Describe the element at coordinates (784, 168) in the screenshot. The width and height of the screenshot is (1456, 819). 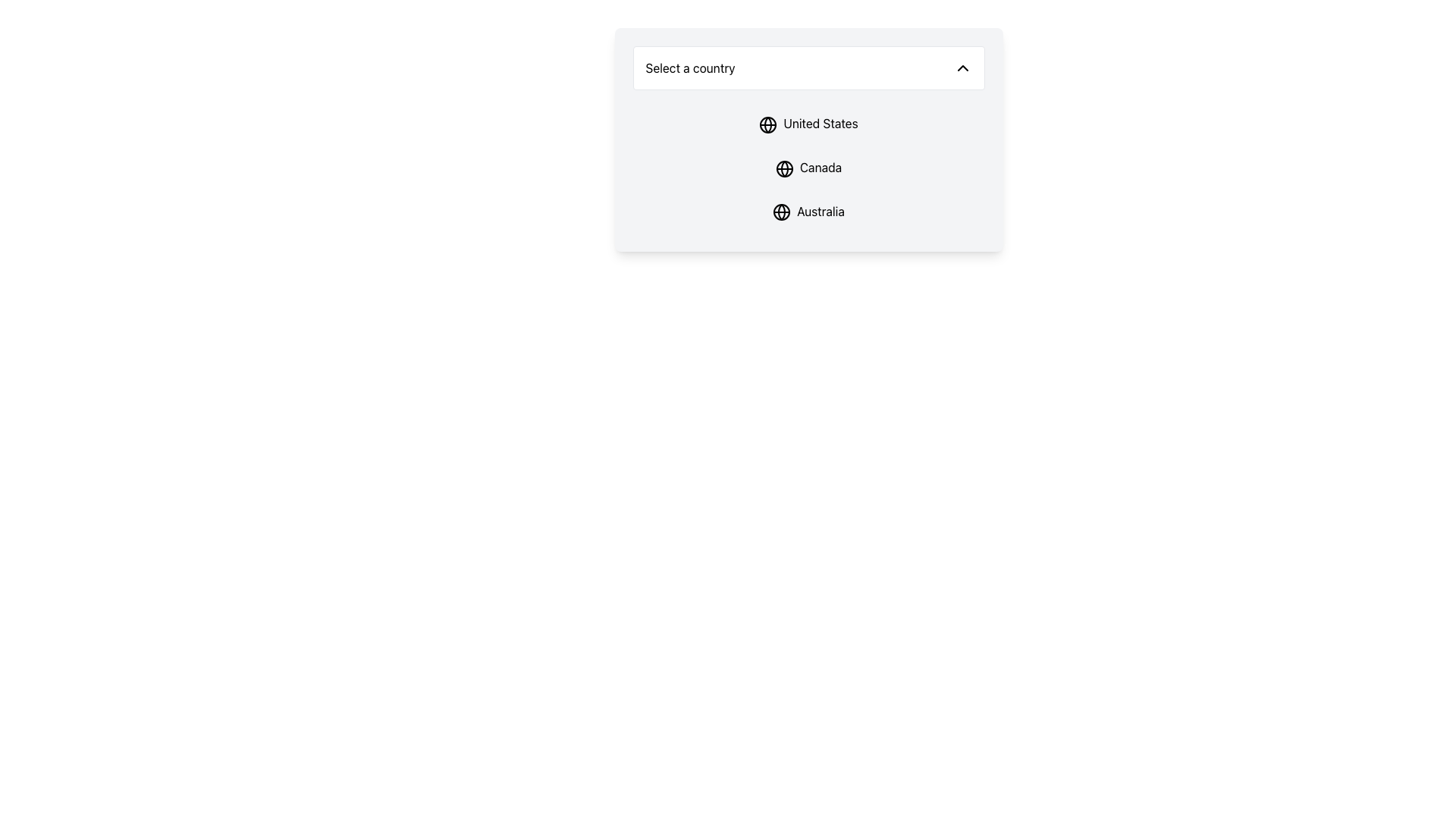
I see `the globe icon representing Canada, located to the left of the text 'Canada' in the dropdown menu` at that location.